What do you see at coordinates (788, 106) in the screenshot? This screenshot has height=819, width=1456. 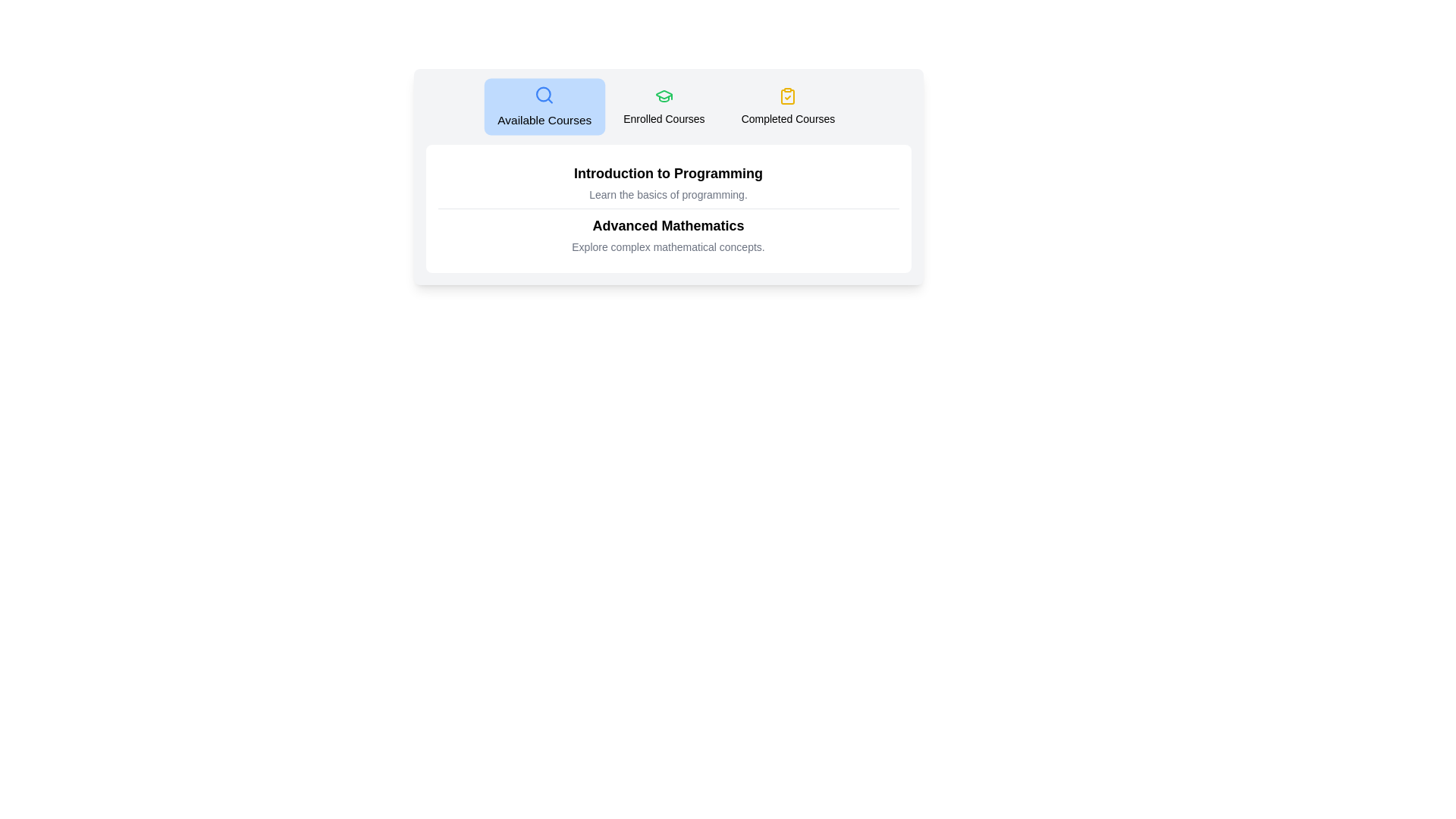 I see `the tab labeled Completed Courses to preview its effect` at bounding box center [788, 106].